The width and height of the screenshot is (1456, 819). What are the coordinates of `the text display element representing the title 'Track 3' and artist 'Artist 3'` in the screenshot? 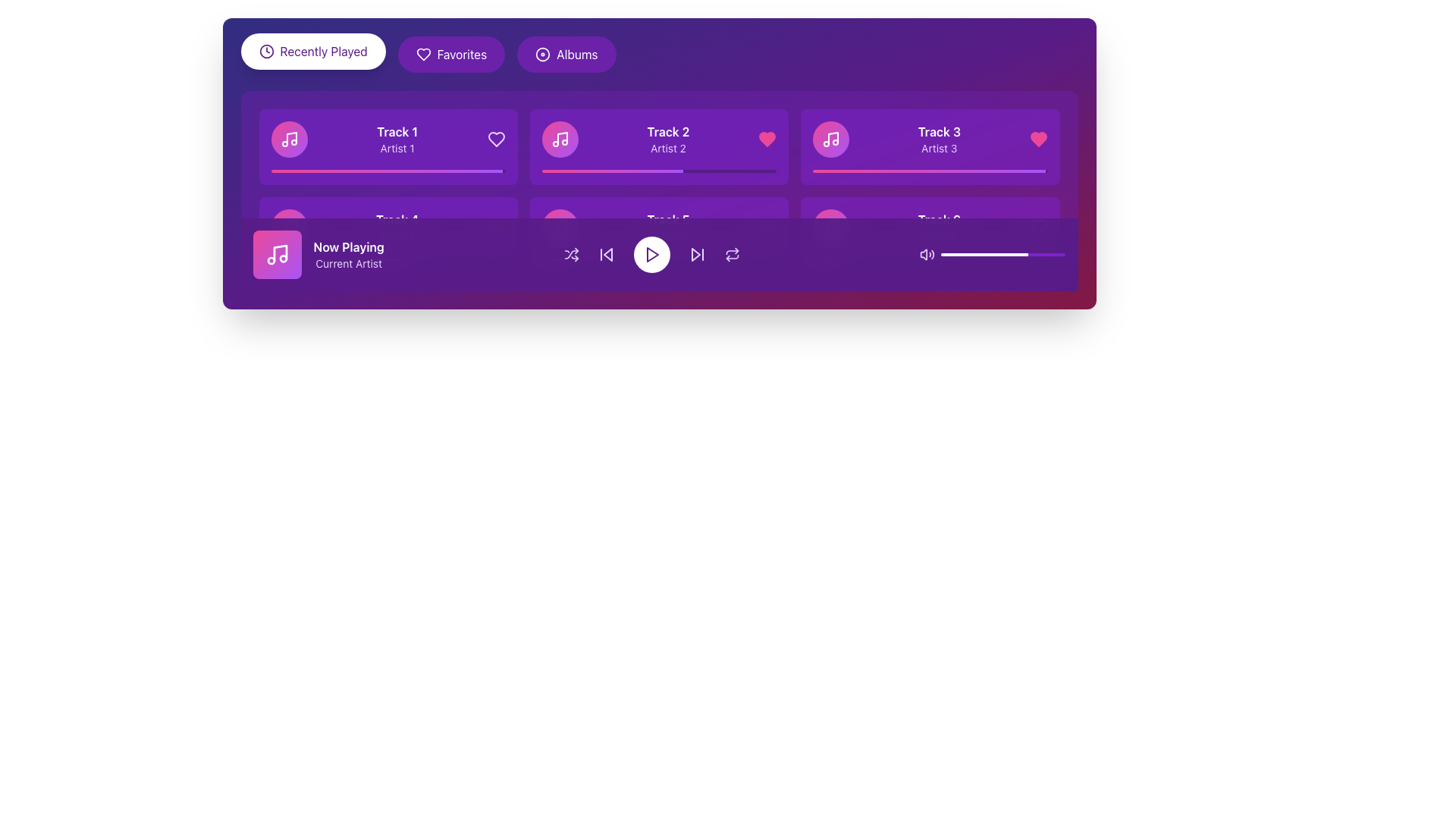 It's located at (938, 140).